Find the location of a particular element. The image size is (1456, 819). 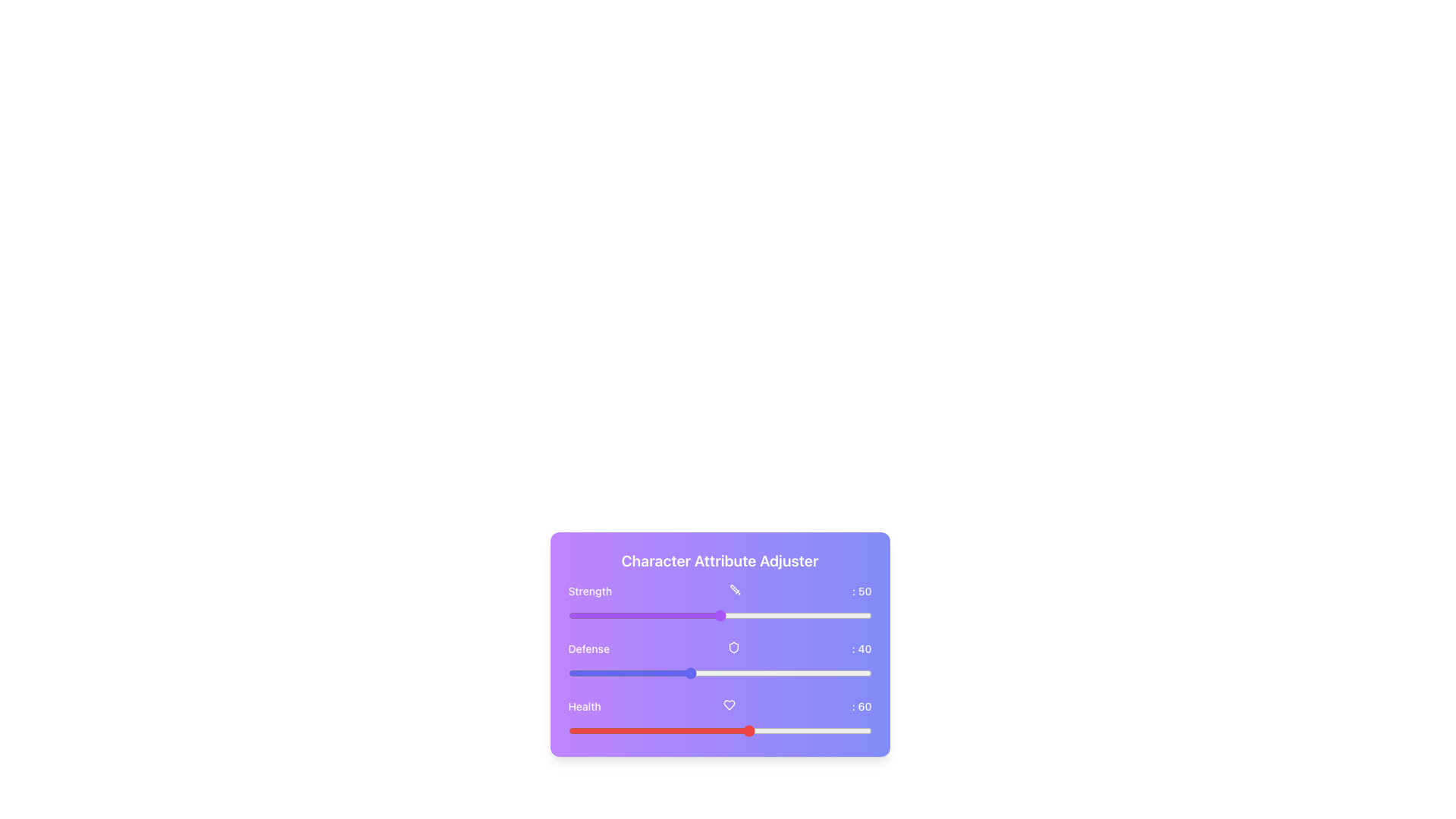

health is located at coordinates (825, 730).